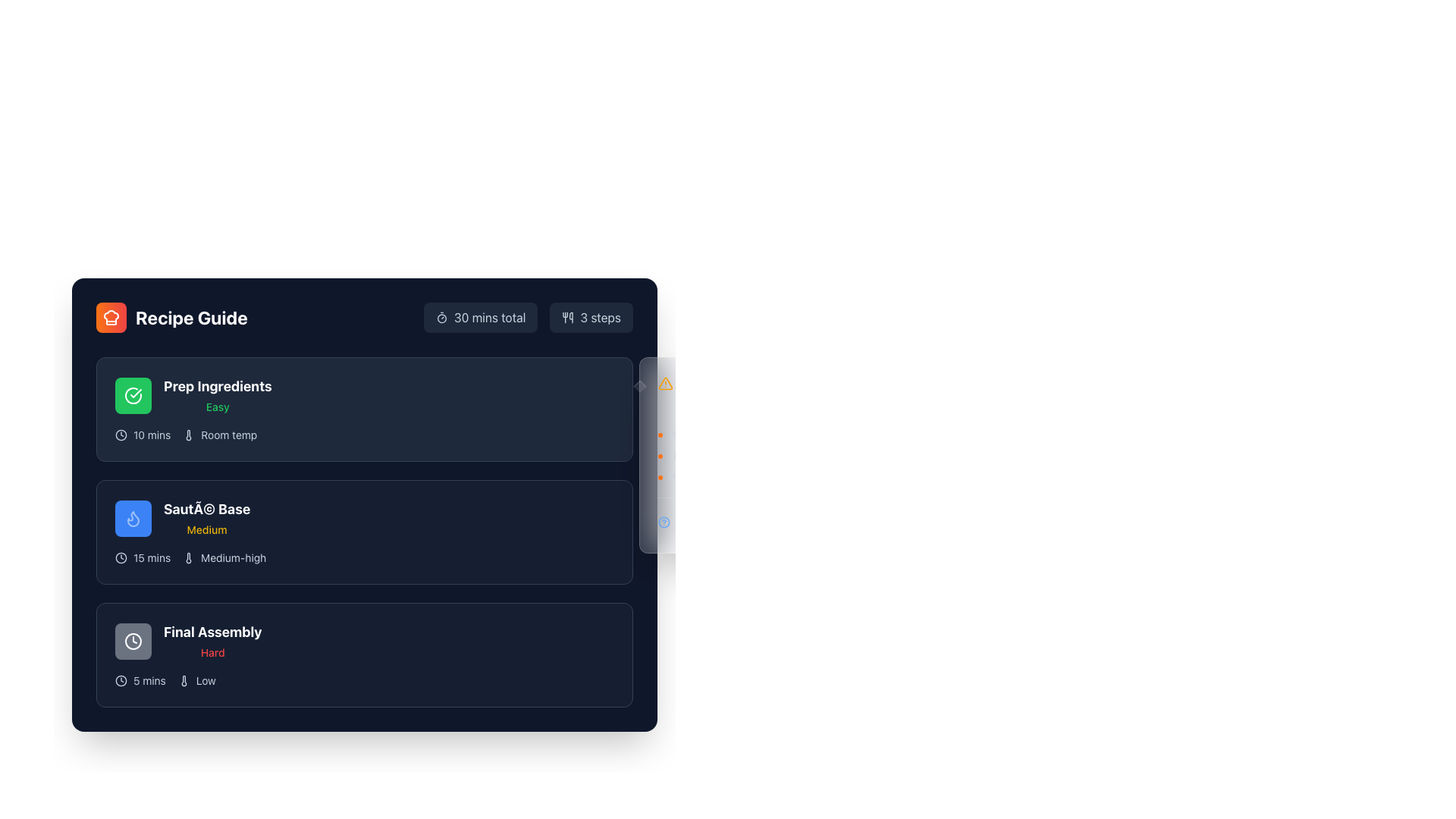 The height and width of the screenshot is (819, 1456). Describe the element at coordinates (441, 317) in the screenshot. I see `the timer icon located to the left of the text '30 mins total' to associate it with its adjacent text` at that location.